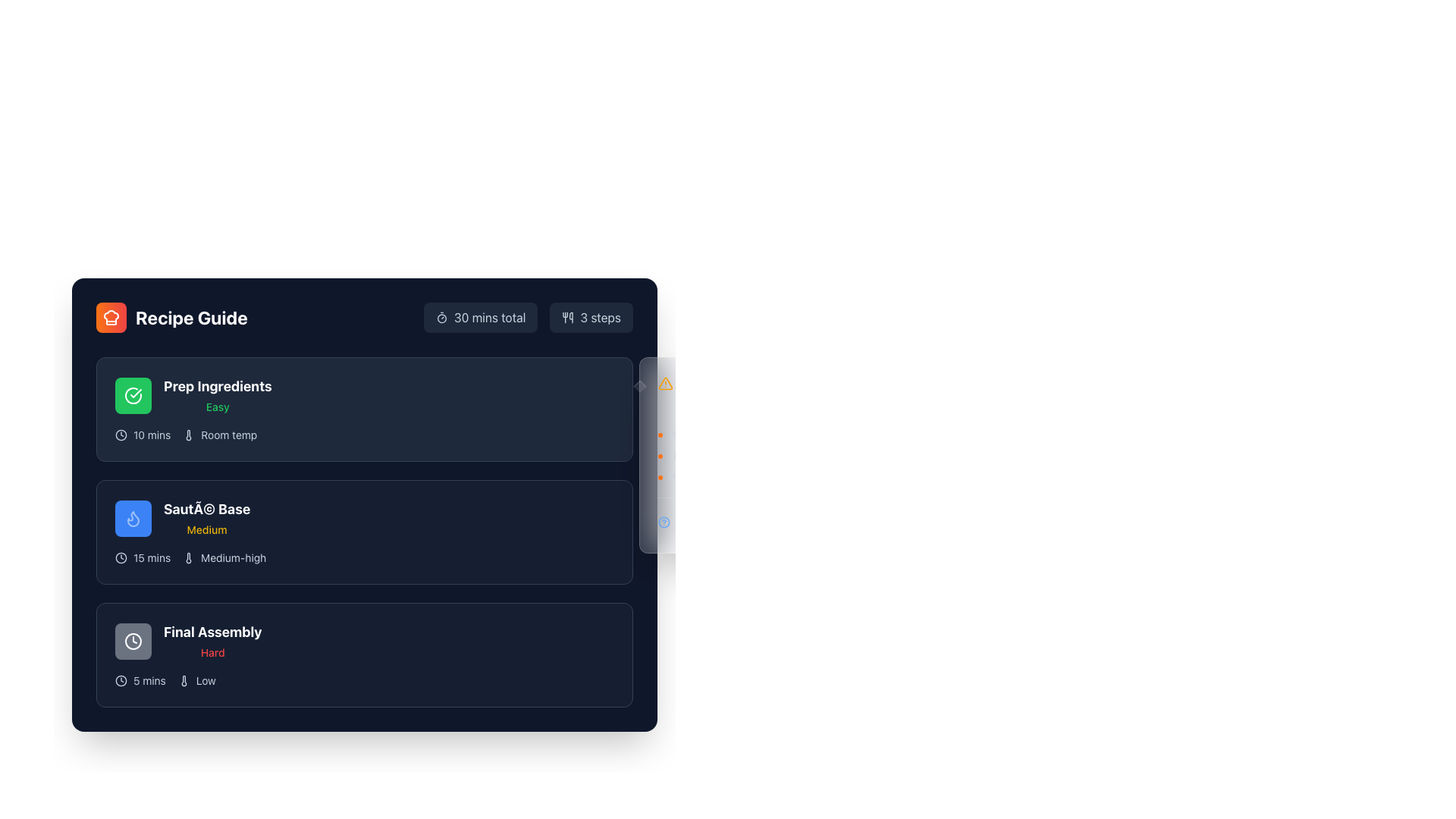 The height and width of the screenshot is (819, 1456). Describe the element at coordinates (441, 317) in the screenshot. I see `the timer icon located to the left of the text '30 mins total' to associate it with its adjacent text` at that location.